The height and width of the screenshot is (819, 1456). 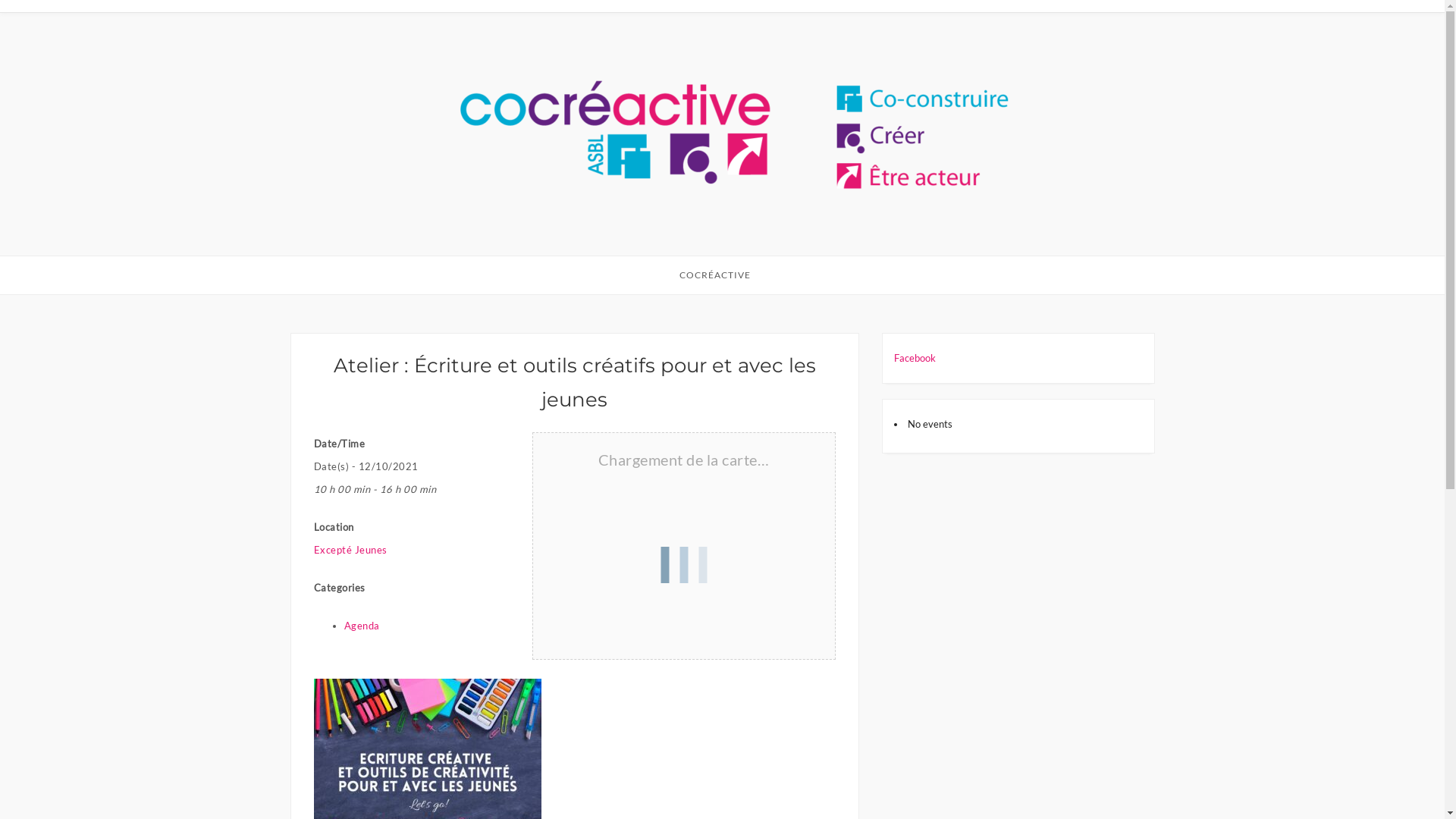 What do you see at coordinates (913, 357) in the screenshot?
I see `'Facebook'` at bounding box center [913, 357].